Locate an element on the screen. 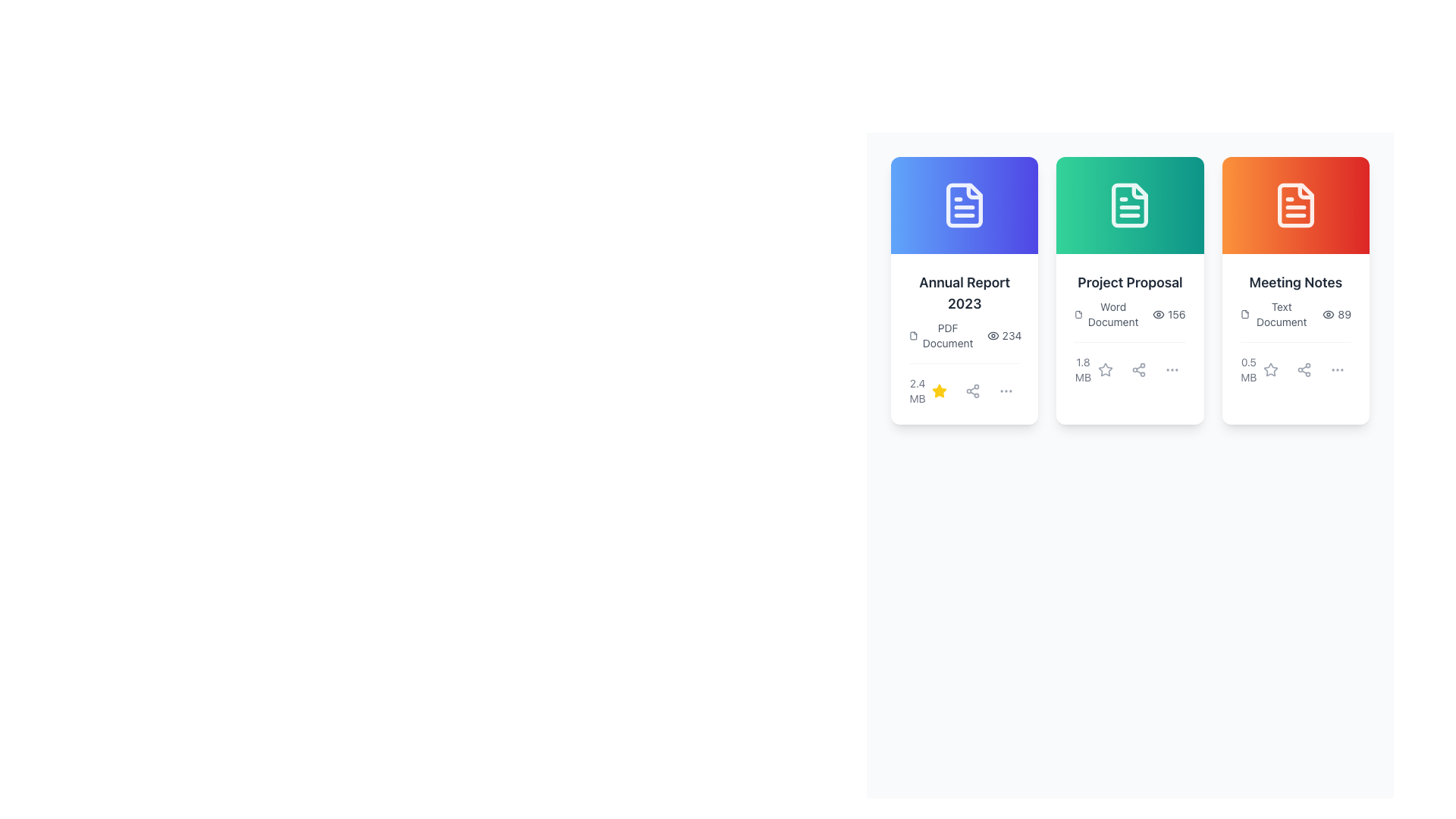 The image size is (1456, 819). the overflow menu button located at the bottom-right area of the 'Meeting Notes' card is located at coordinates (1337, 370).